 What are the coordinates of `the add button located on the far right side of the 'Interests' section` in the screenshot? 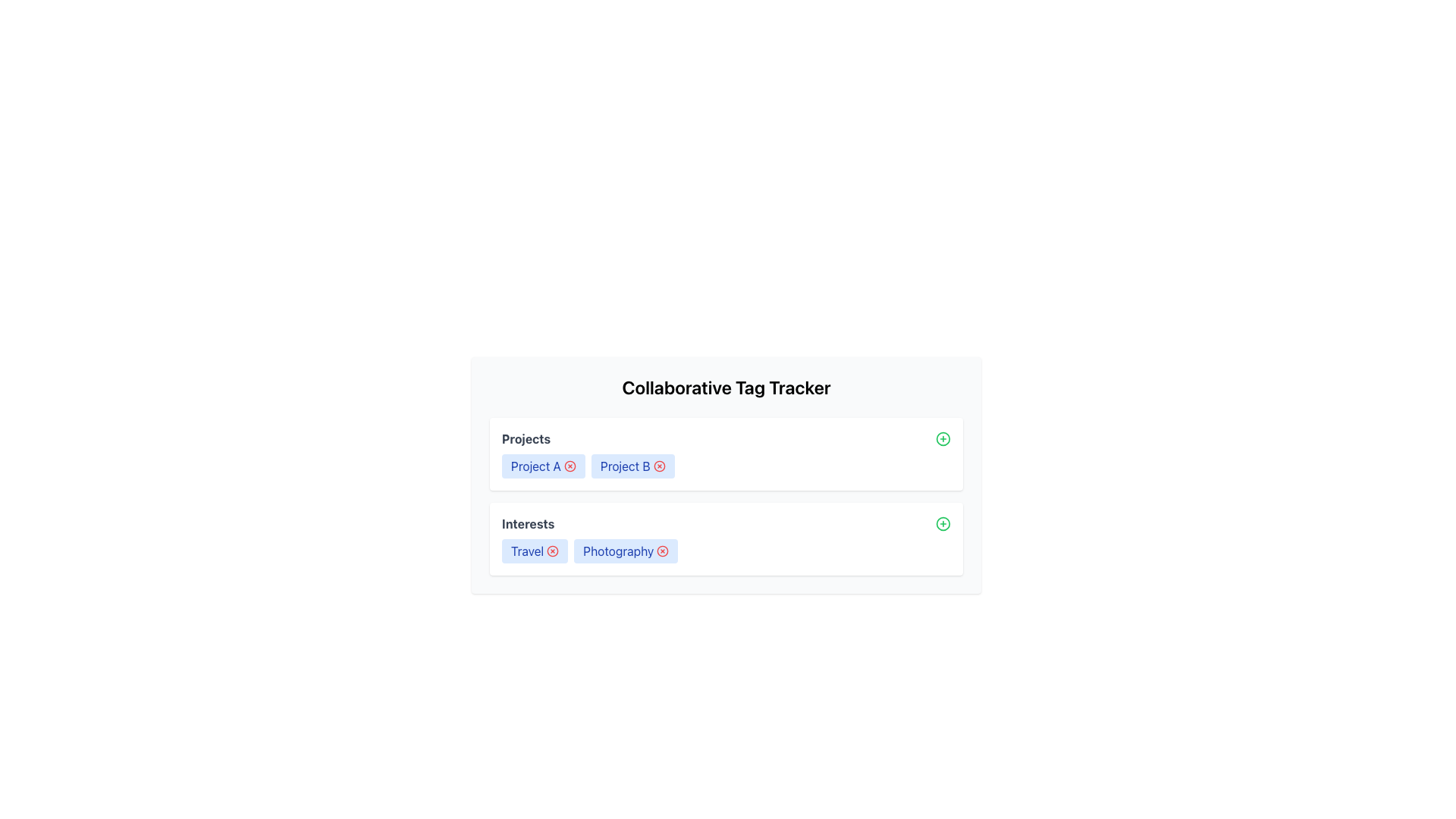 It's located at (942, 522).